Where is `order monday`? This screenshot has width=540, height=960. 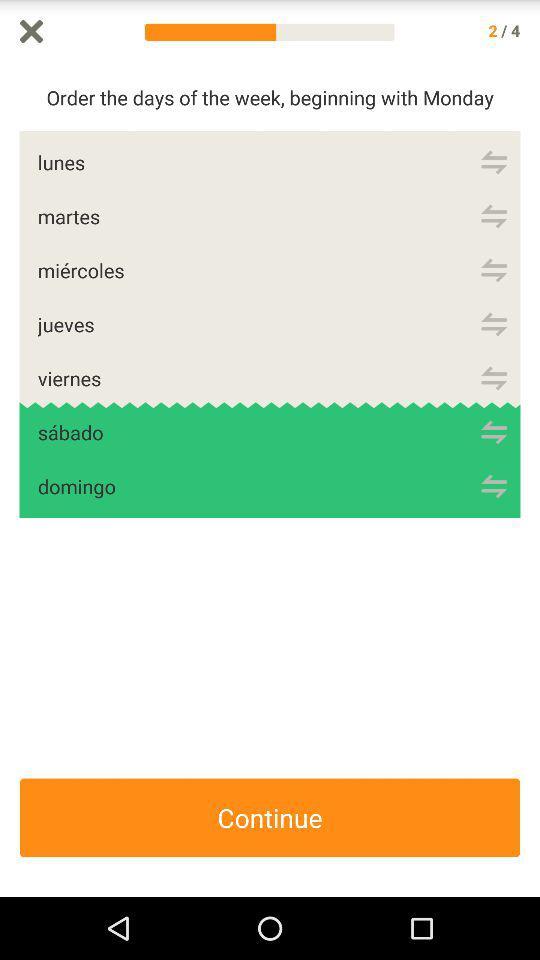
order monday is located at coordinates (493, 161).